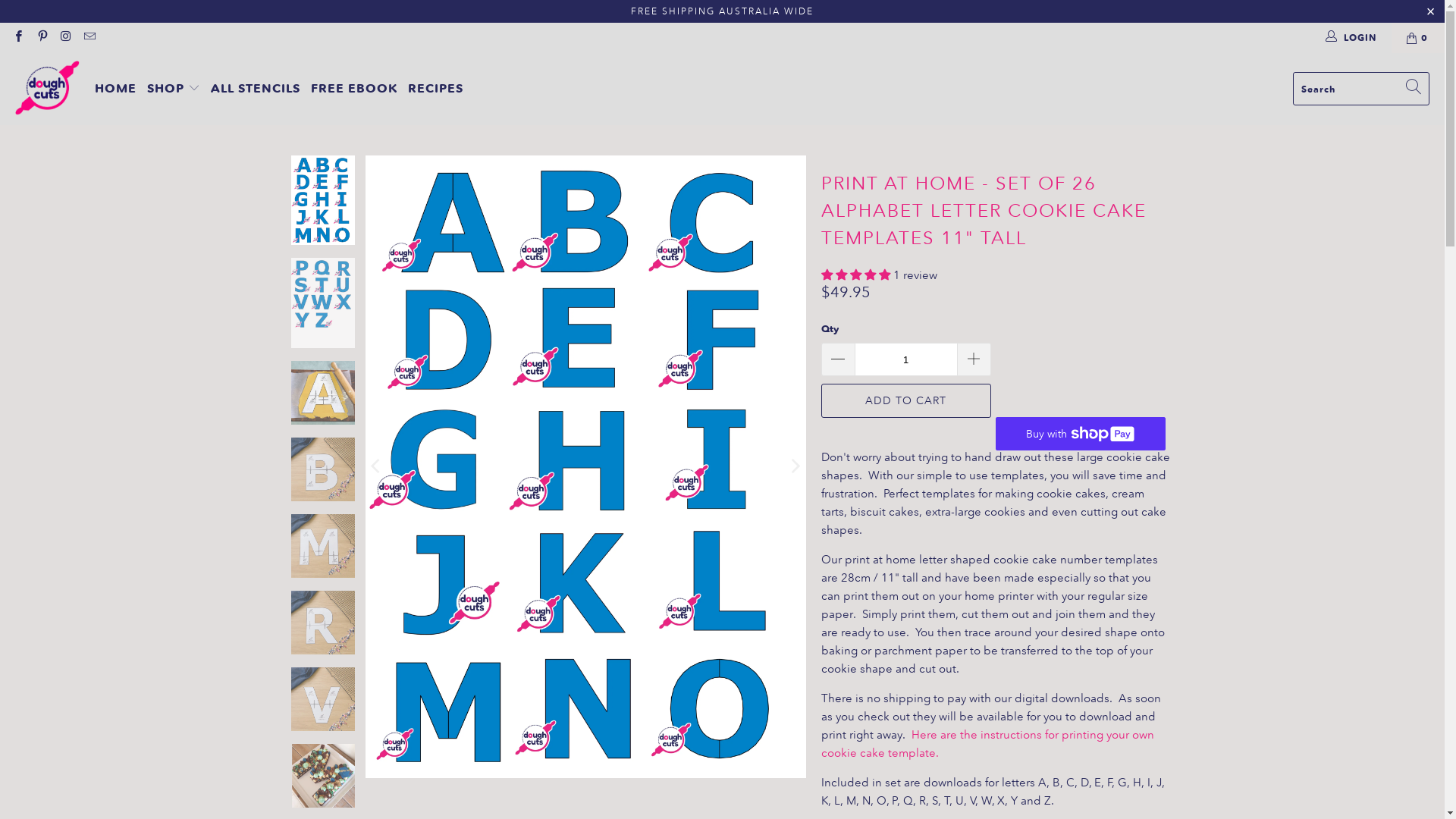 The height and width of the screenshot is (819, 1456). Describe the element at coordinates (1012, 429) in the screenshot. I see `'More payment options'` at that location.